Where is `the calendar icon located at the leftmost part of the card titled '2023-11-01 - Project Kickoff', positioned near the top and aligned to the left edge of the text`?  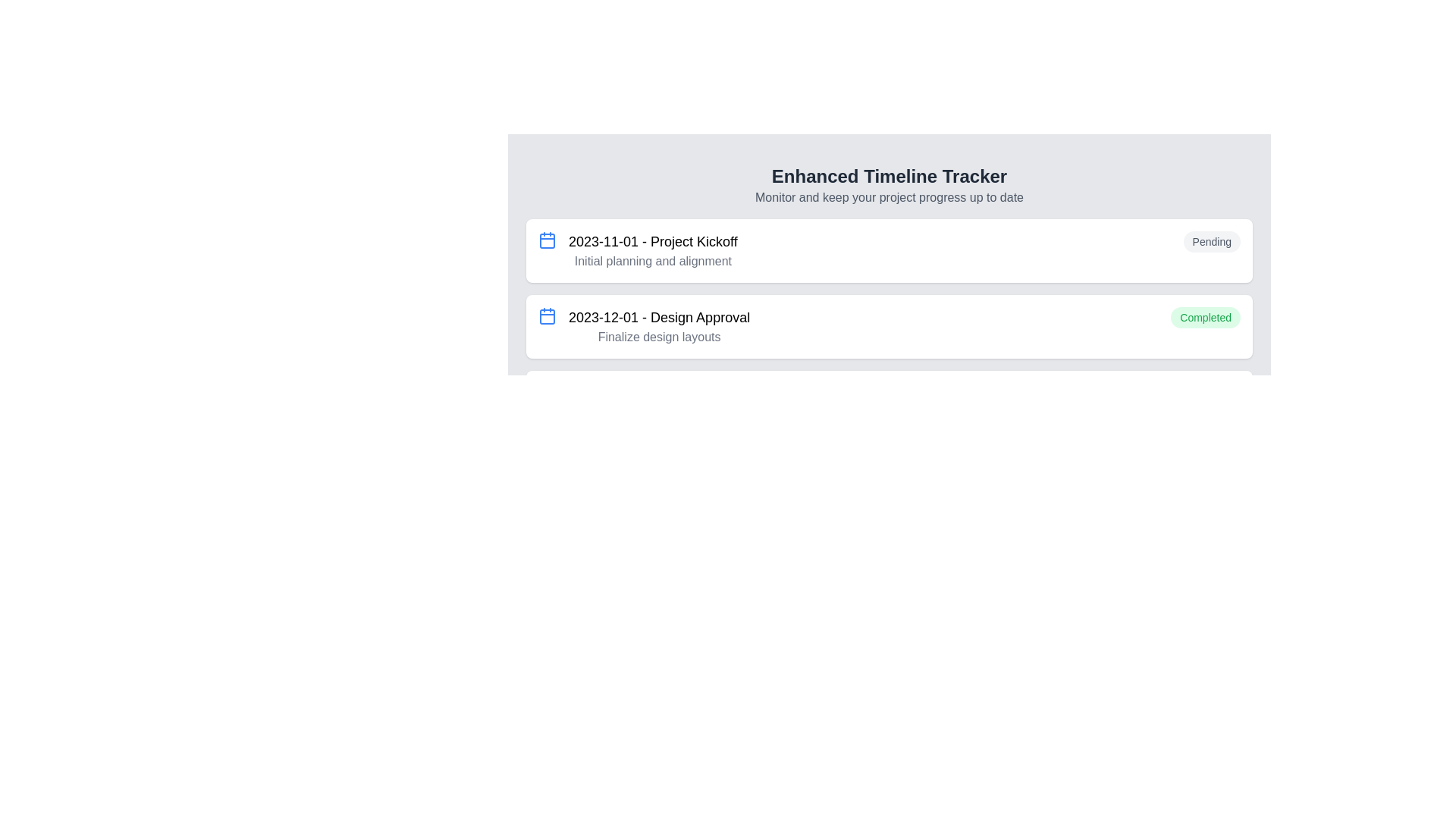
the calendar icon located at the leftmost part of the card titled '2023-11-01 - Project Kickoff', positioned near the top and aligned to the left edge of the text is located at coordinates (546, 239).